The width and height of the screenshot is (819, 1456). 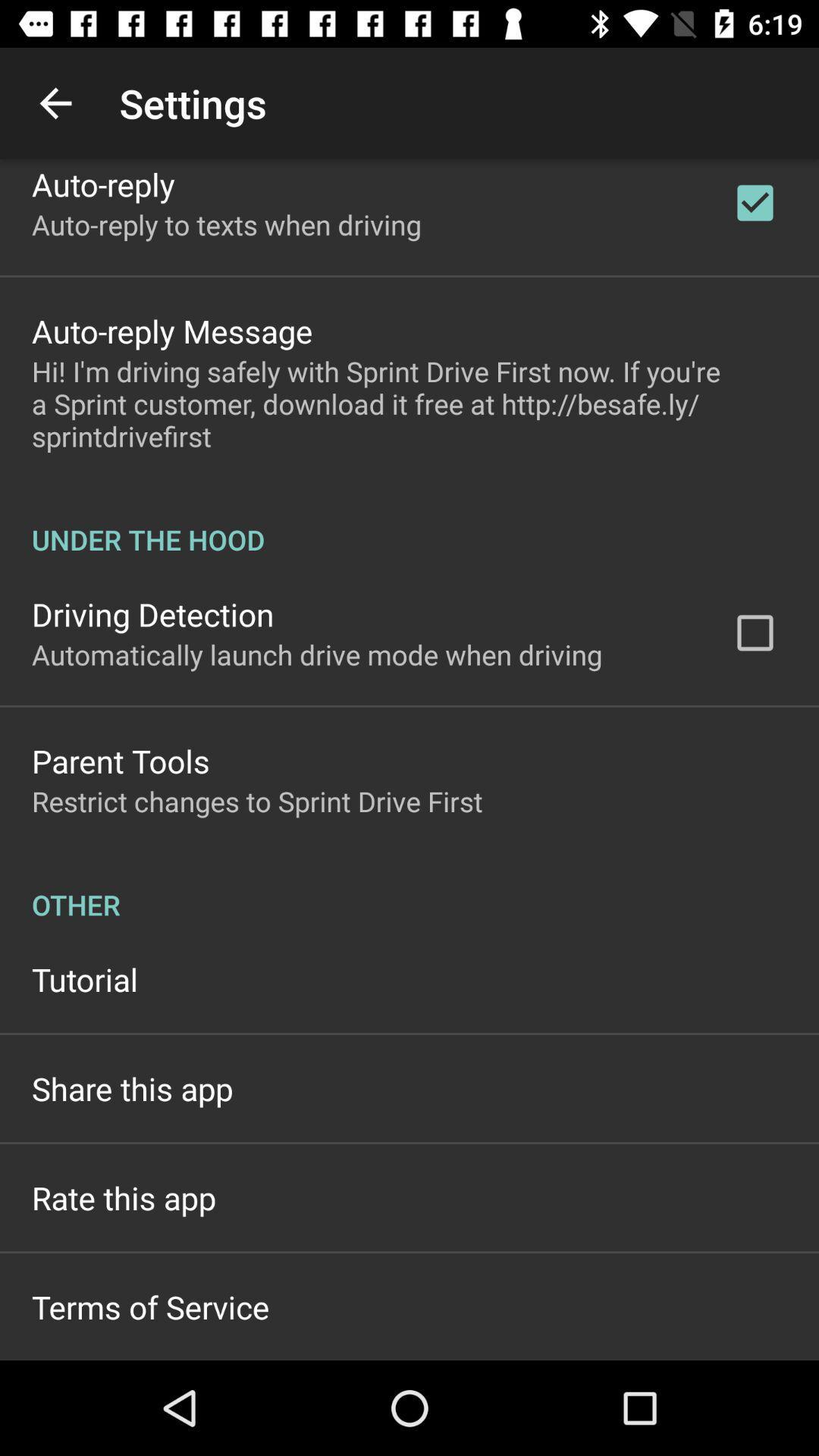 I want to click on under the hood, so click(x=409, y=523).